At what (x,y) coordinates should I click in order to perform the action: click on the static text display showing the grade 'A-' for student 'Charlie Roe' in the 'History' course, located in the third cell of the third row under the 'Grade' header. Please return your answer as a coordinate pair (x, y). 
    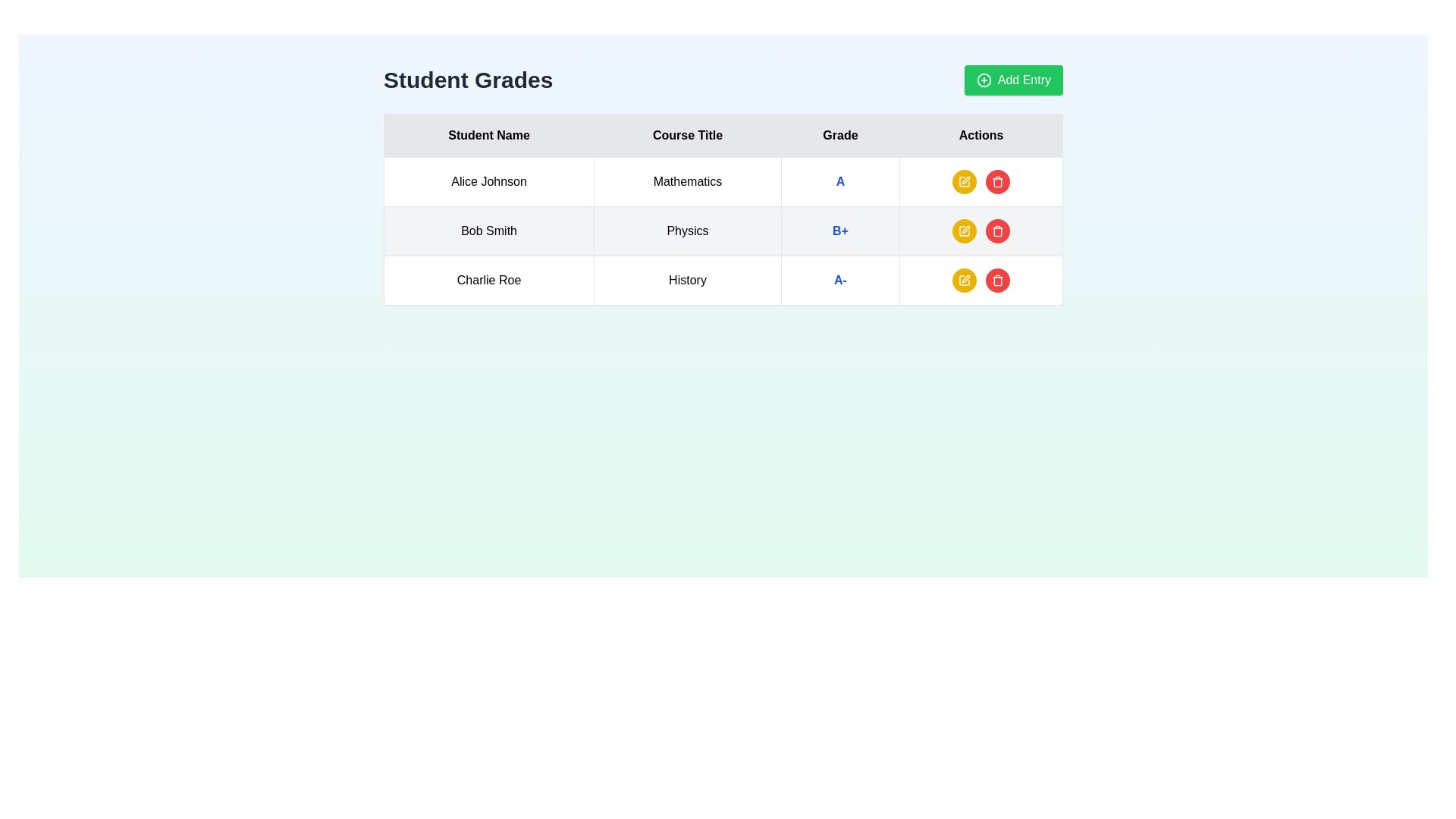
    Looking at the image, I should click on (839, 281).